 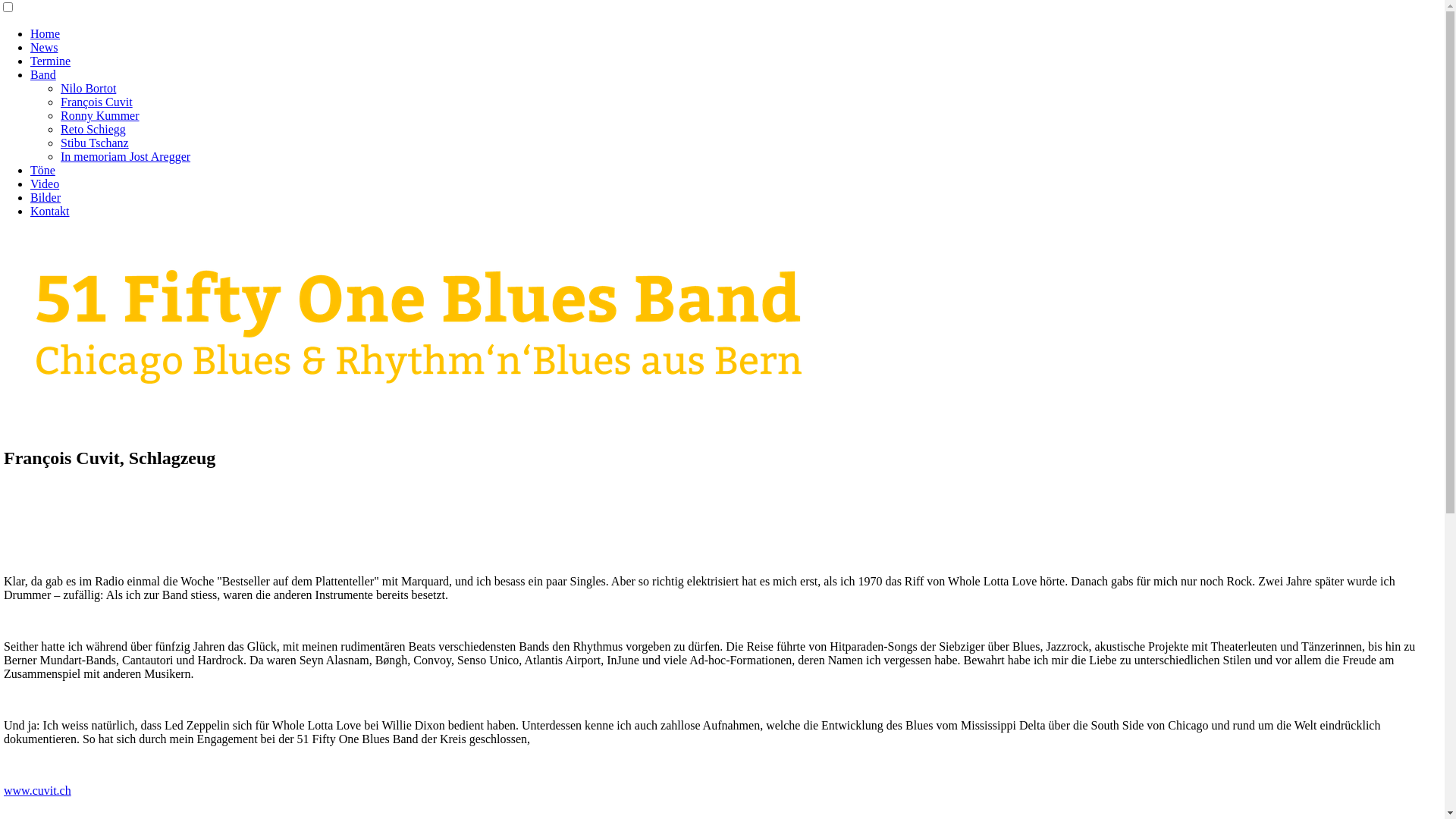 What do you see at coordinates (44, 183) in the screenshot?
I see `'Video'` at bounding box center [44, 183].